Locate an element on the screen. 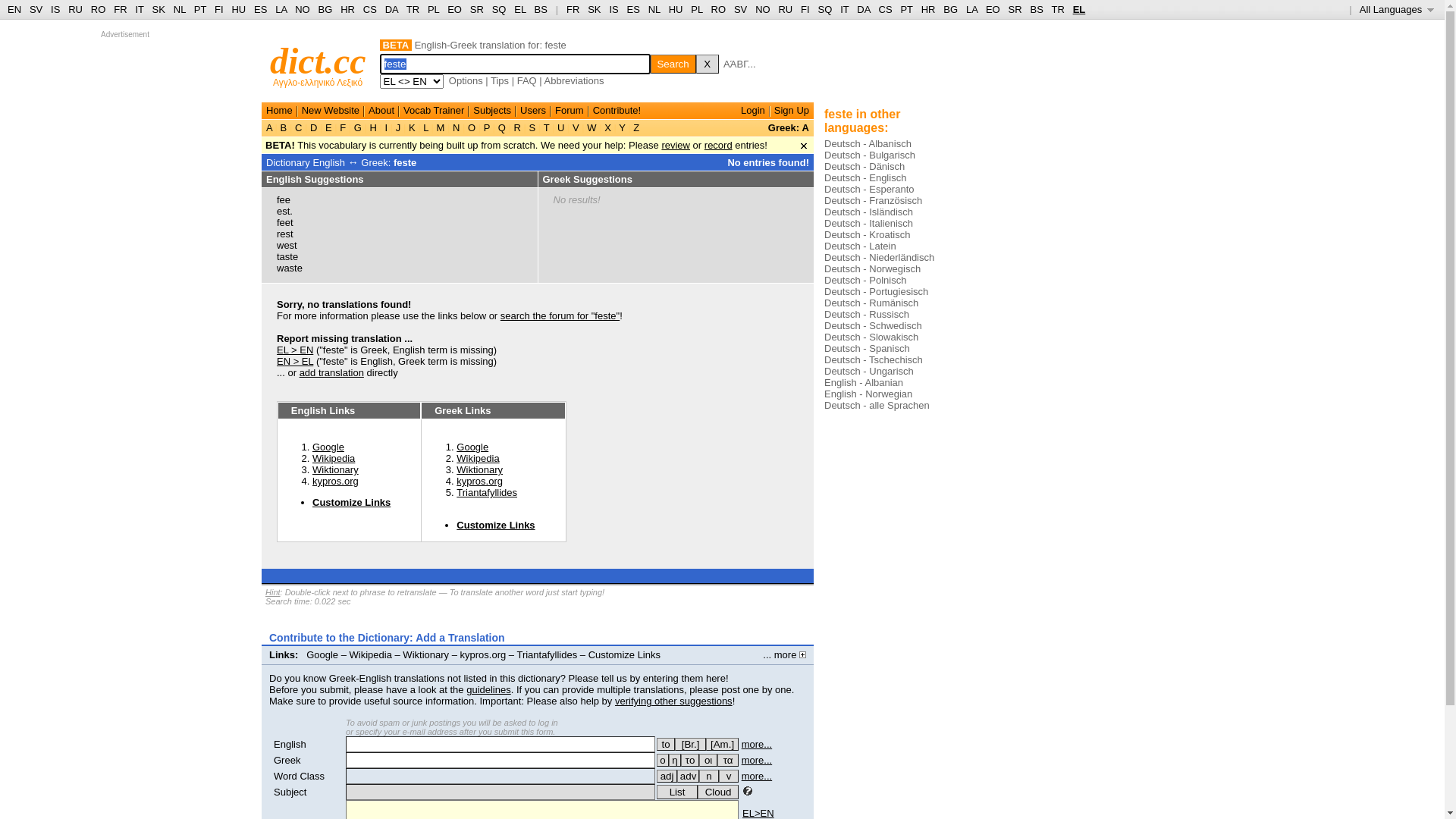 The height and width of the screenshot is (819, 1456). '(esp.) British English' is located at coordinates (689, 743).